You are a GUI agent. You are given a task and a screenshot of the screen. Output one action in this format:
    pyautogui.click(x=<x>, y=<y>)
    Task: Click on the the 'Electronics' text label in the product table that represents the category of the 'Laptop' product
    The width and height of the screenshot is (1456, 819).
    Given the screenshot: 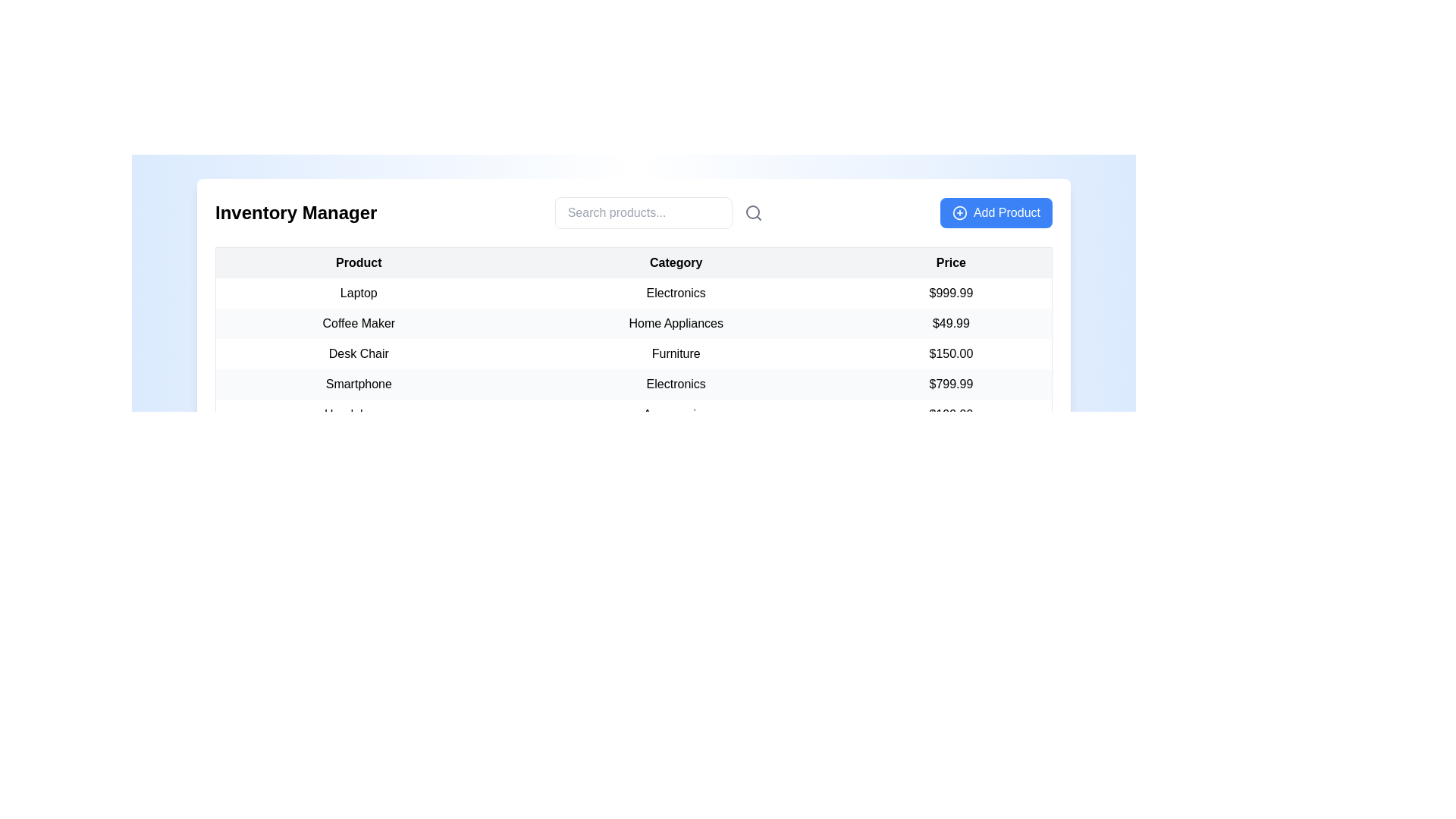 What is the action you would take?
    pyautogui.click(x=675, y=293)
    